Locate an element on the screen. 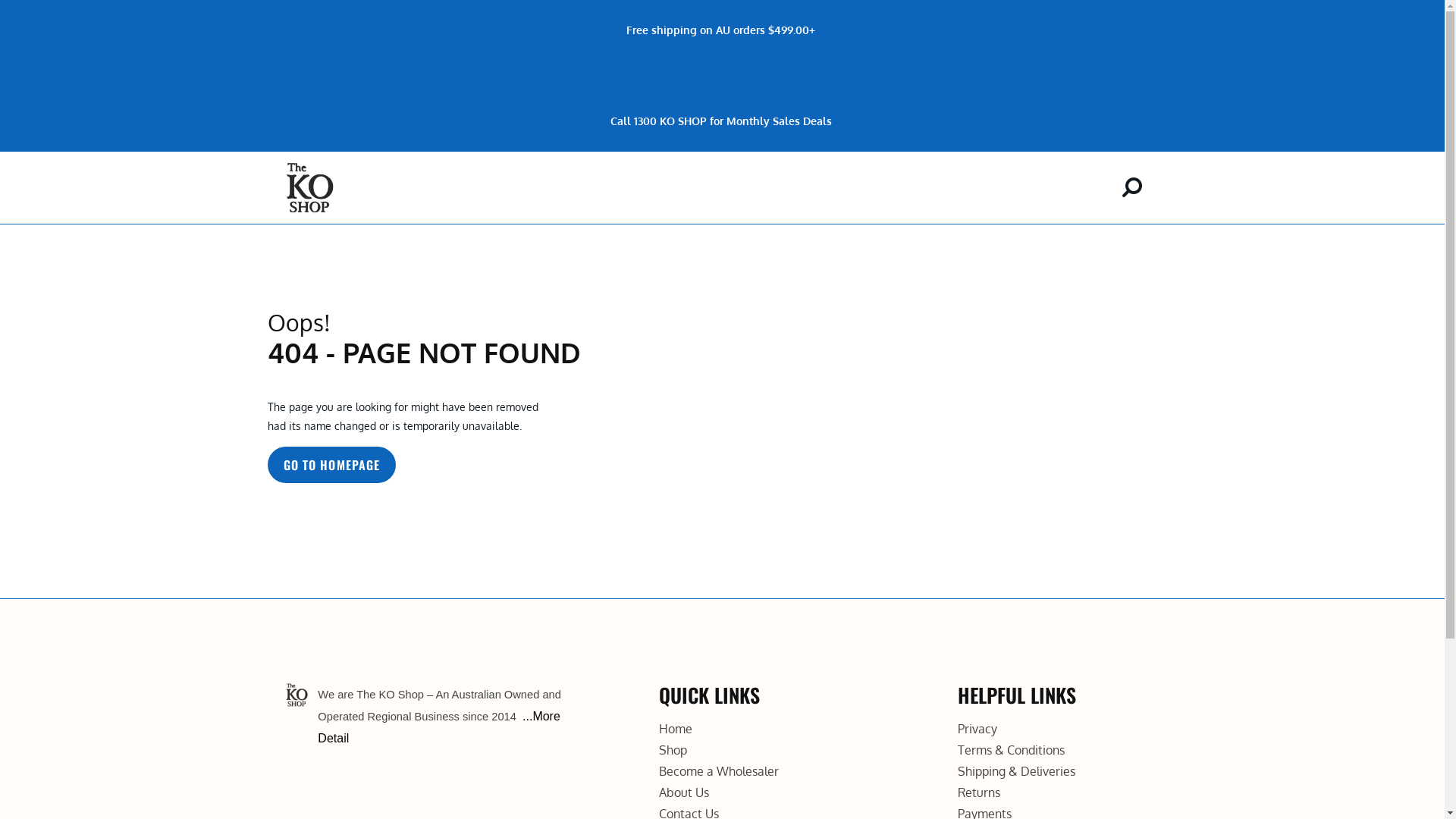 Image resolution: width=1456 pixels, height=819 pixels. 'Shop' is located at coordinates (672, 748).